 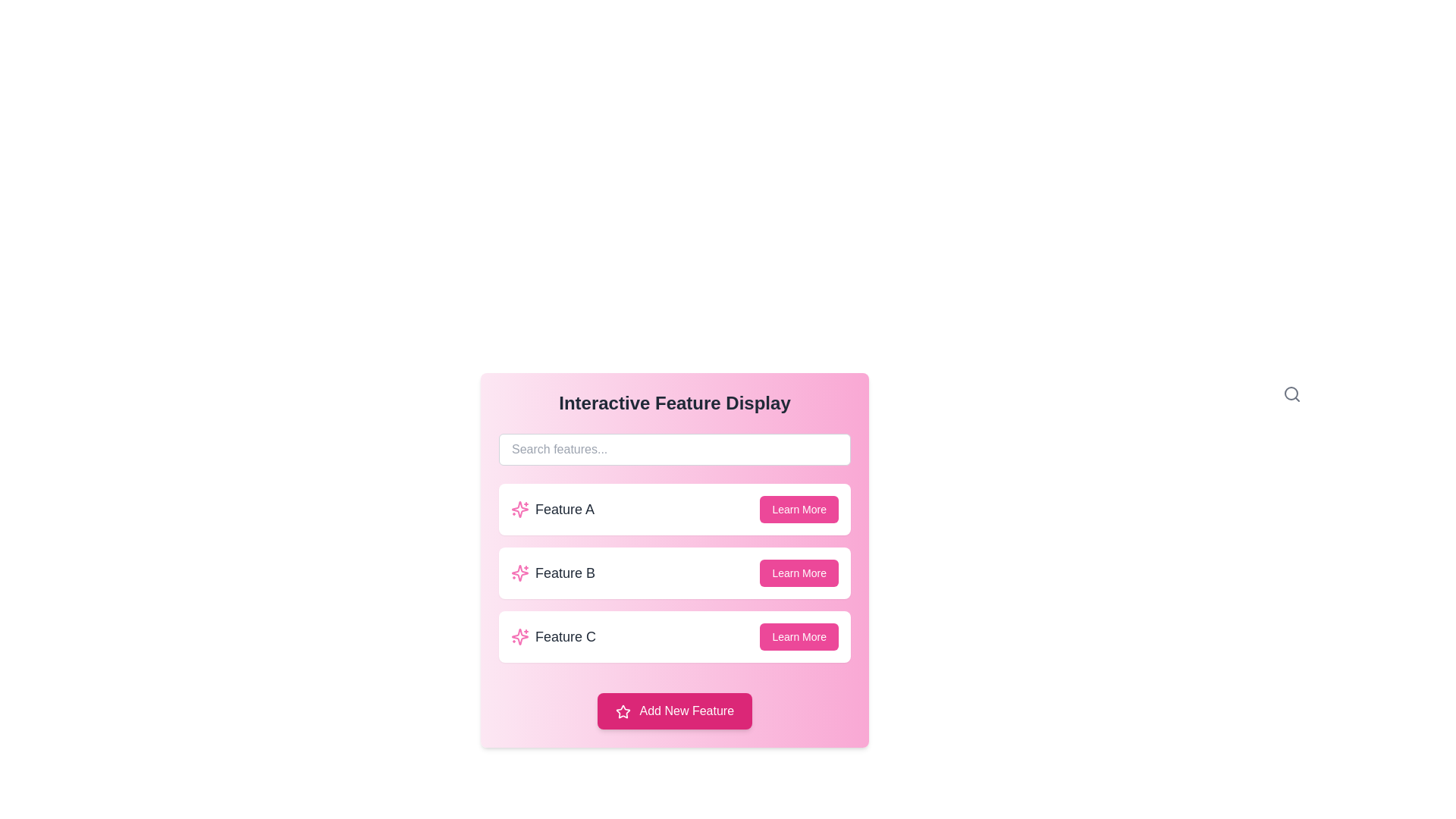 What do you see at coordinates (552, 509) in the screenshot?
I see `the text label indicating 'Feature A', which is located in the first row of a list within a card layout under the heading 'Interactive Feature Display'` at bounding box center [552, 509].